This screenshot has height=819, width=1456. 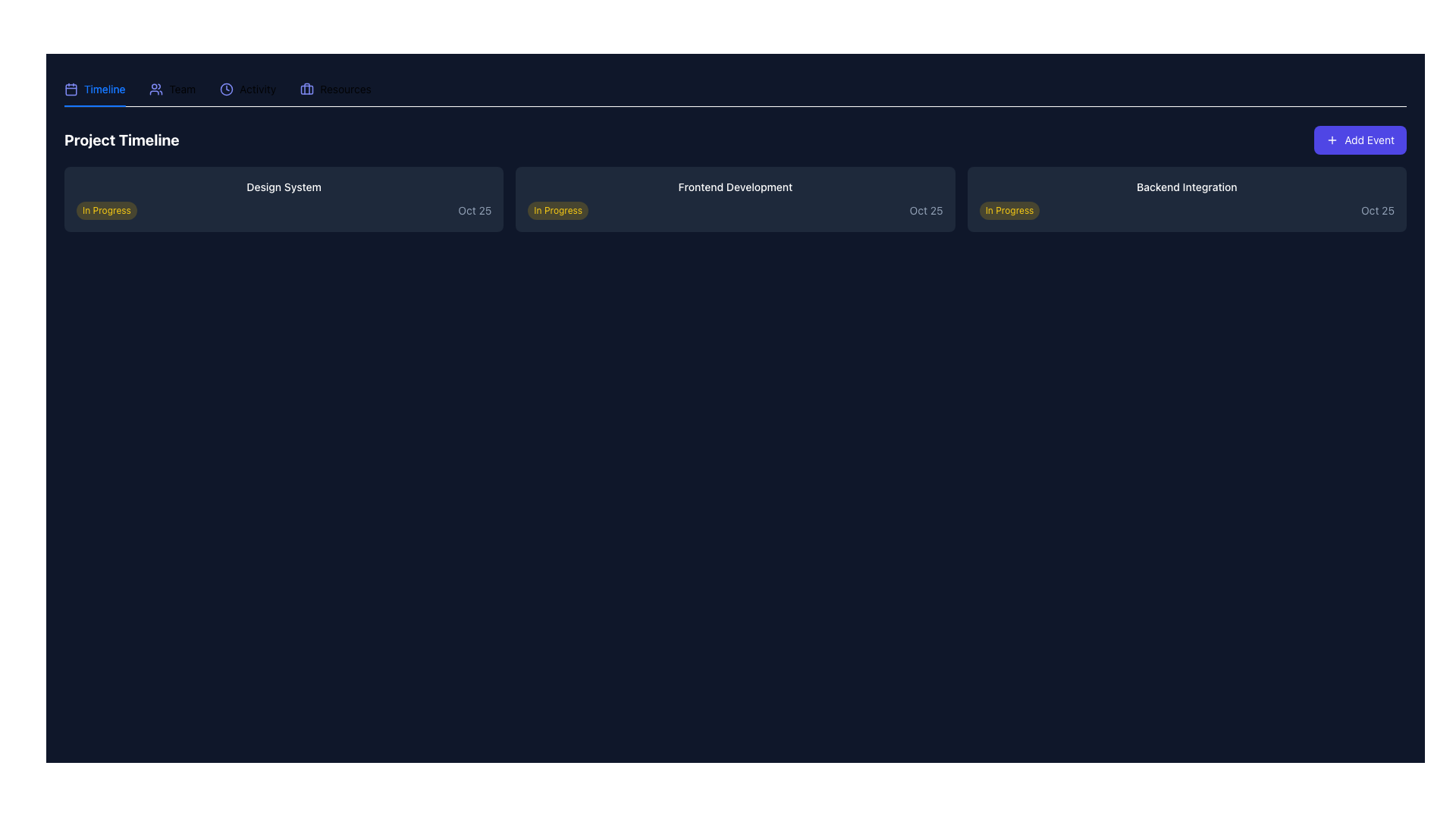 I want to click on the small, rounded status badge displaying 'In Progress' in yellow on a muted yellow background, located on the left side of the 'Design System' card, so click(x=105, y=210).